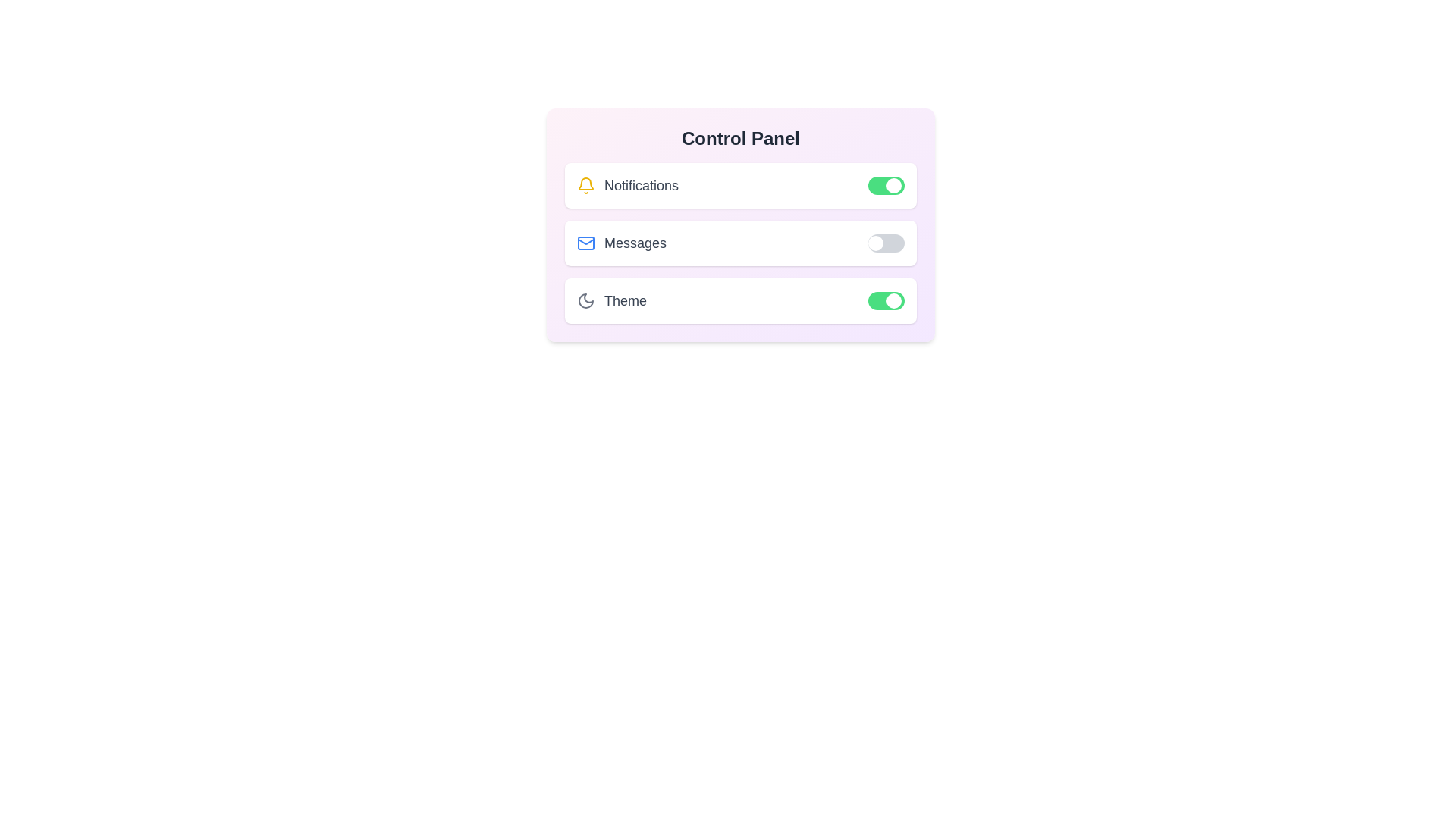  I want to click on the 'Messages' label with the blue envelope icon, which is located in the second row of toggle options in the control panel, so click(622, 242).